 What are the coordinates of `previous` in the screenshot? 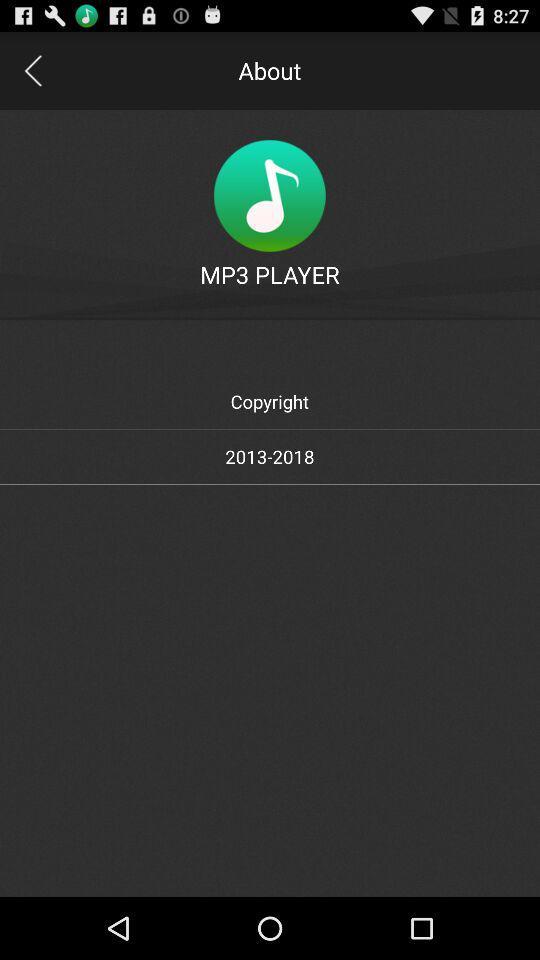 It's located at (31, 70).